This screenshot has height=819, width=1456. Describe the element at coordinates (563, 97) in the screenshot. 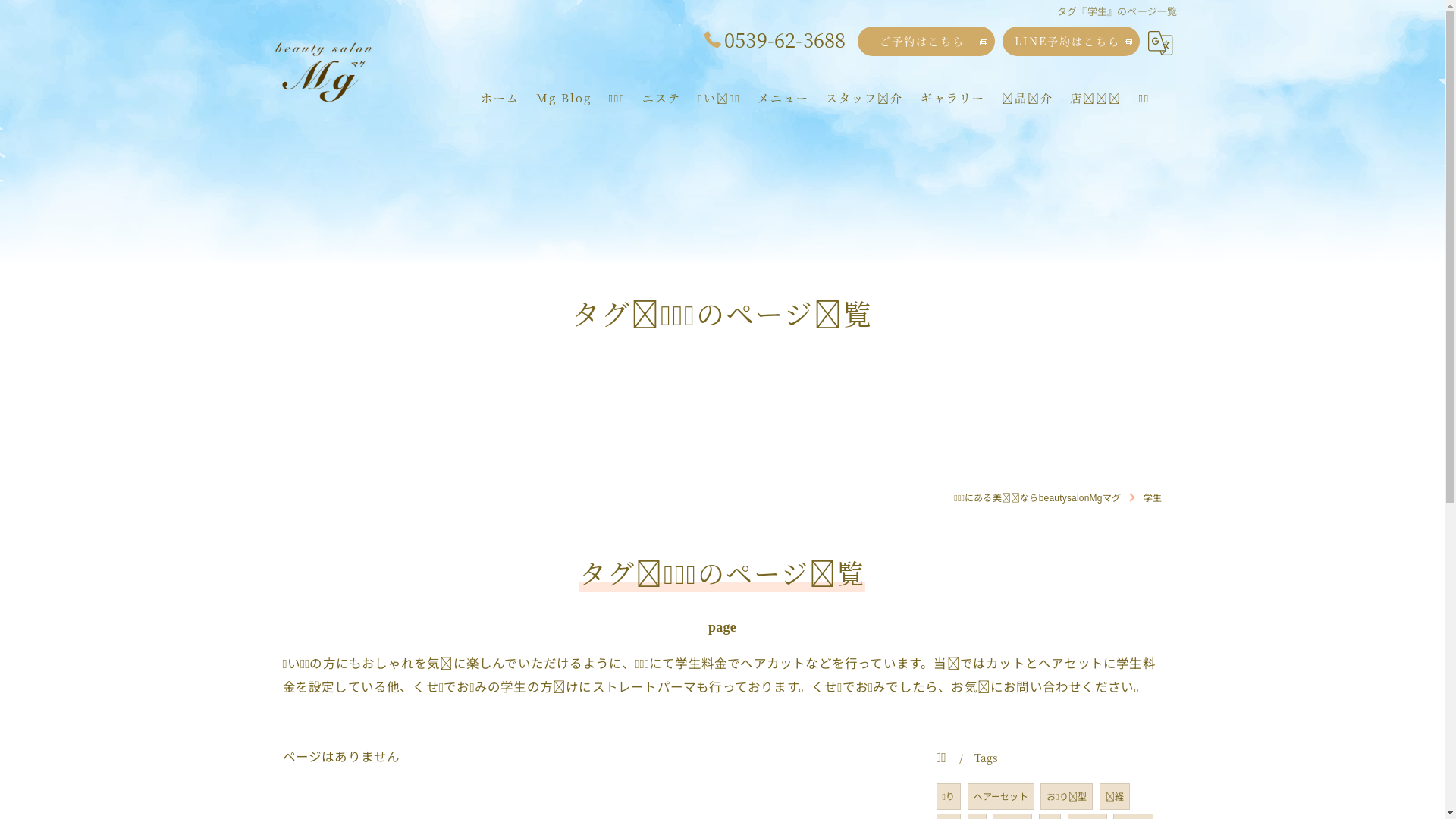

I see `'Mg Blog'` at that location.